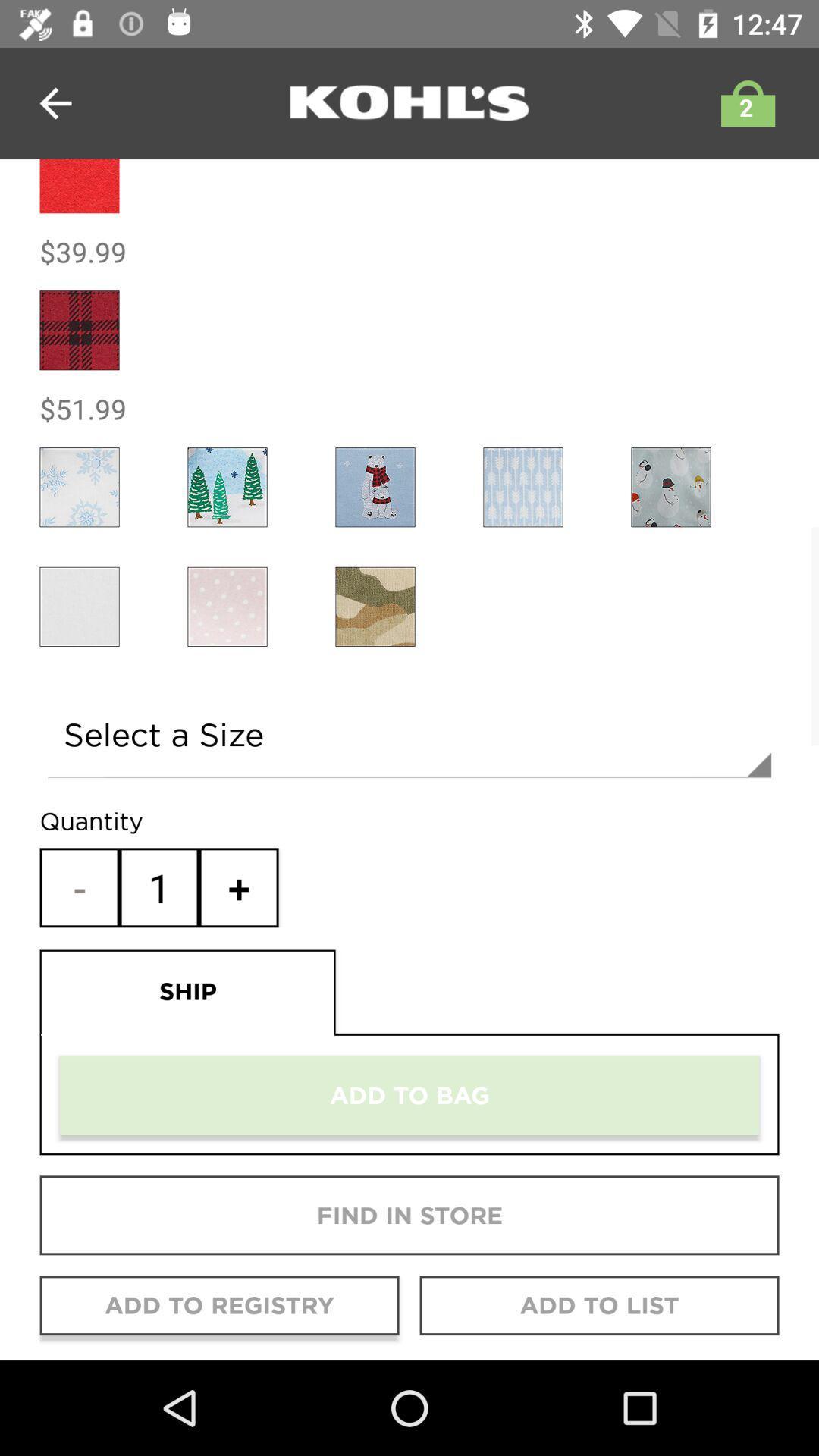 This screenshot has height=1456, width=819. What do you see at coordinates (227, 607) in the screenshot?
I see `the close icon` at bounding box center [227, 607].